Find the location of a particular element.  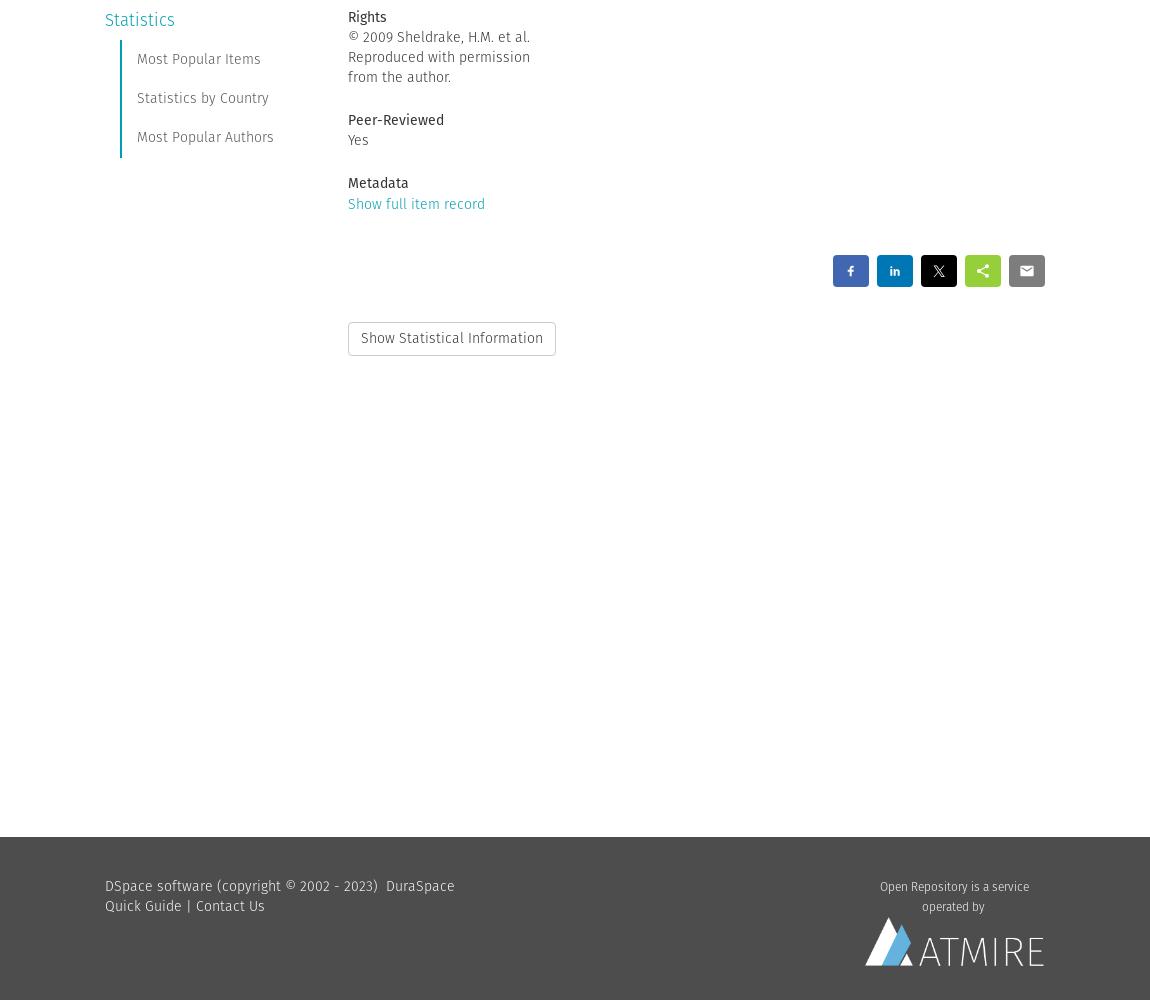

'Show full item record' is located at coordinates (415, 202).